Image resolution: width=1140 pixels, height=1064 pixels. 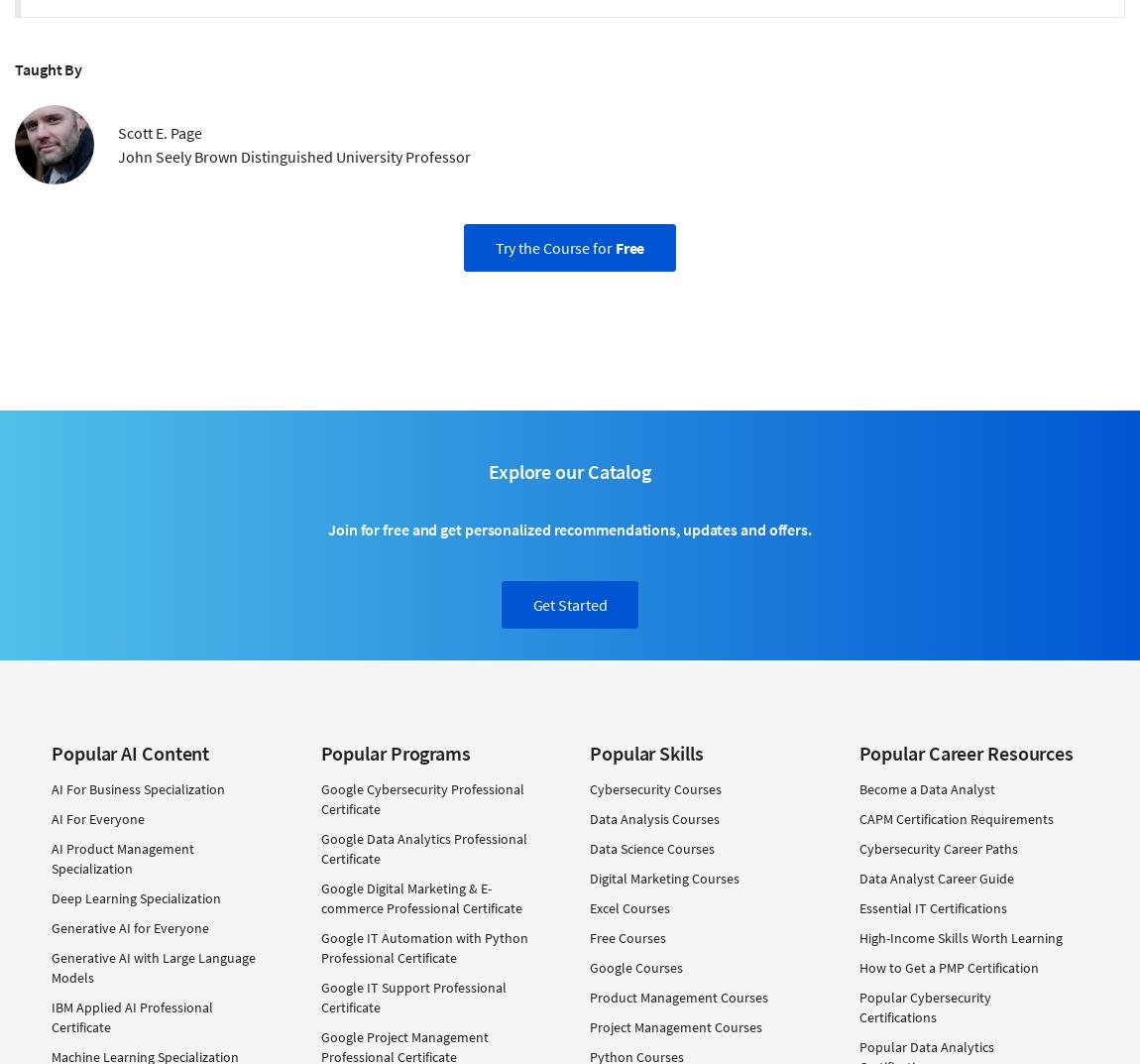 I want to click on 'CAPM Certification Requirements', so click(x=956, y=818).